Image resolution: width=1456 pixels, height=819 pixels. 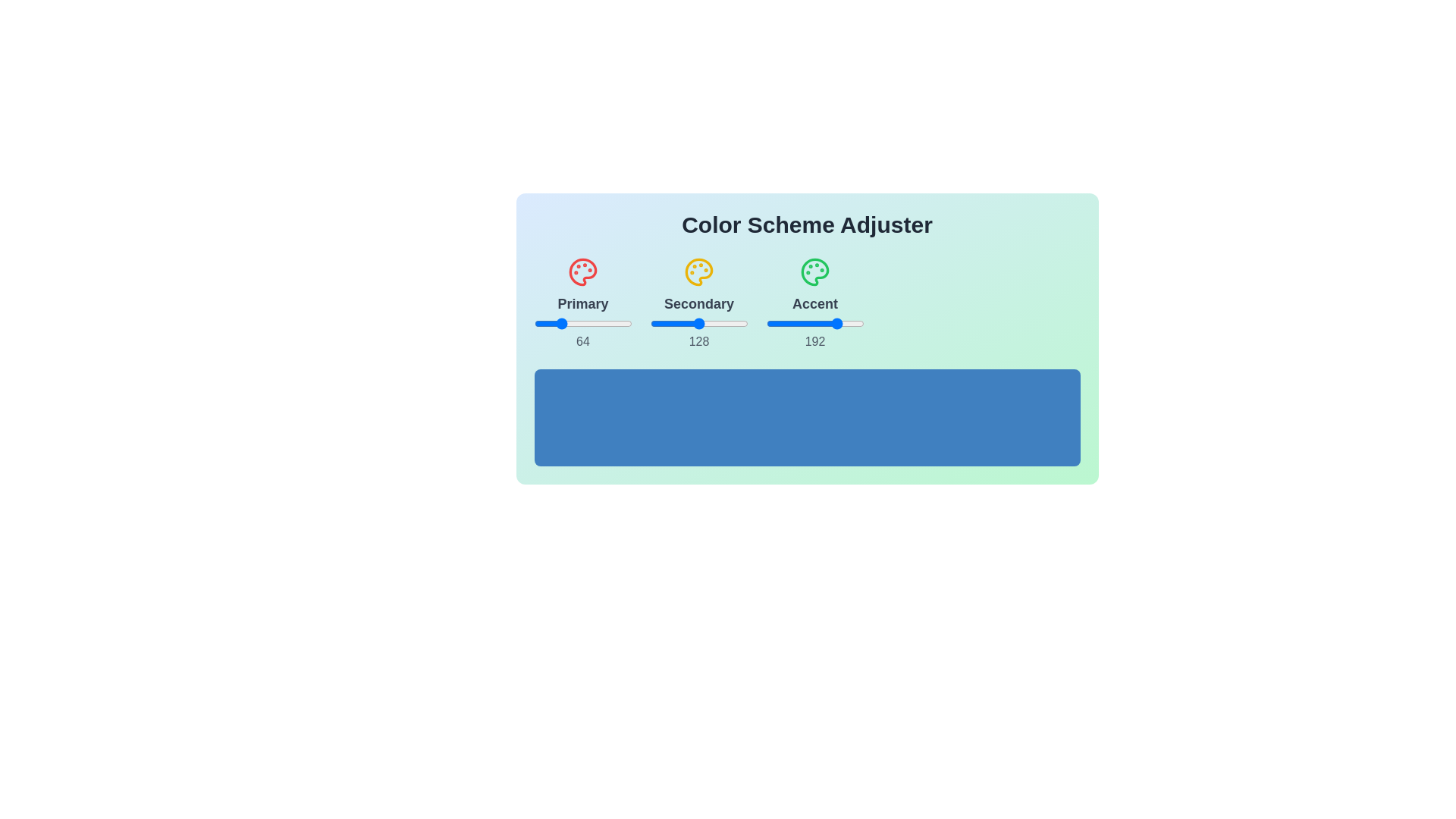 What do you see at coordinates (632, 323) in the screenshot?
I see `the 0 slider to 127` at bounding box center [632, 323].